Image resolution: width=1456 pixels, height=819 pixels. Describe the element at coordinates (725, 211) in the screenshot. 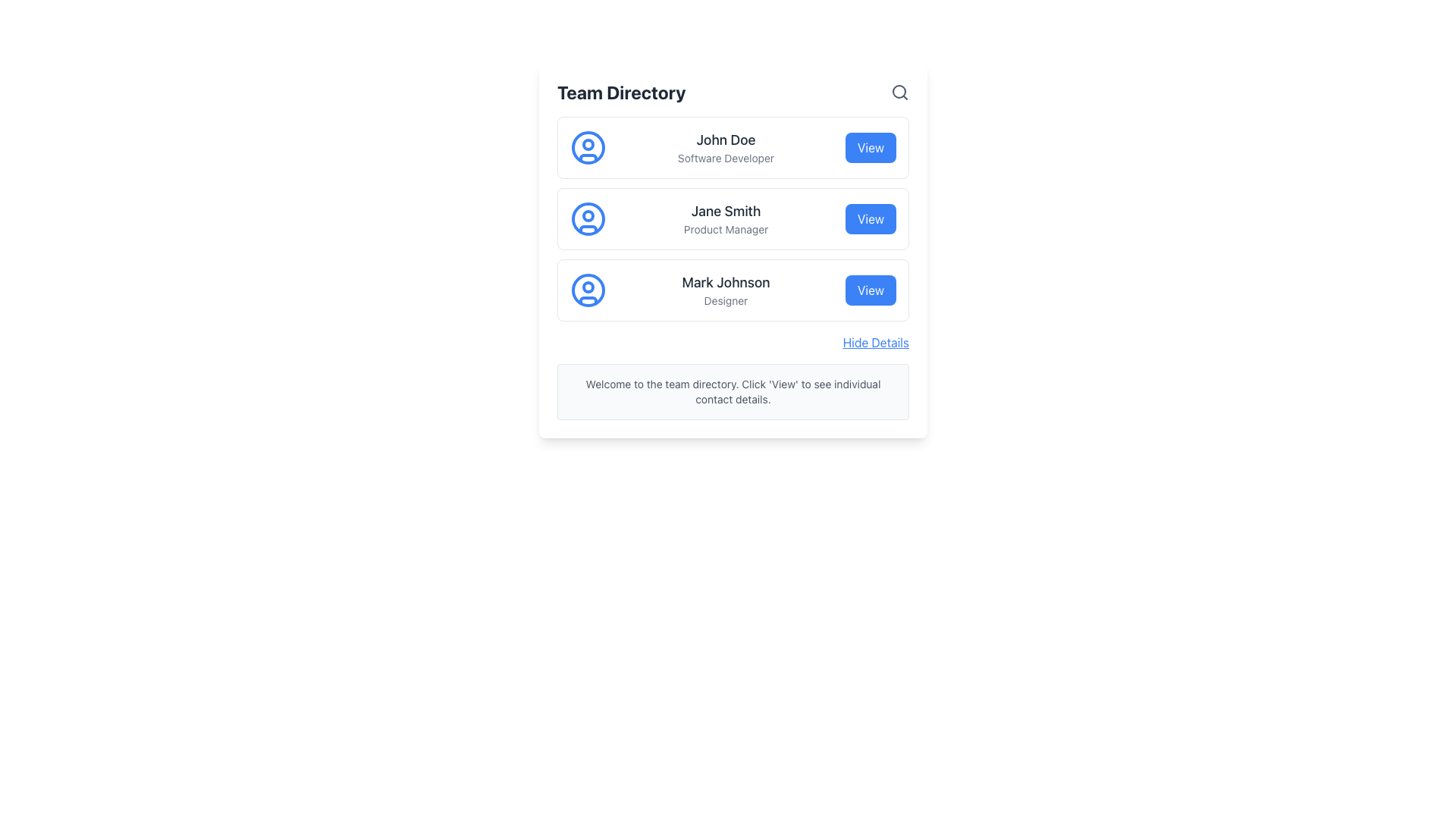

I see `the text label displaying 'Jane Smith' to potentially reveal a tooltip` at that location.